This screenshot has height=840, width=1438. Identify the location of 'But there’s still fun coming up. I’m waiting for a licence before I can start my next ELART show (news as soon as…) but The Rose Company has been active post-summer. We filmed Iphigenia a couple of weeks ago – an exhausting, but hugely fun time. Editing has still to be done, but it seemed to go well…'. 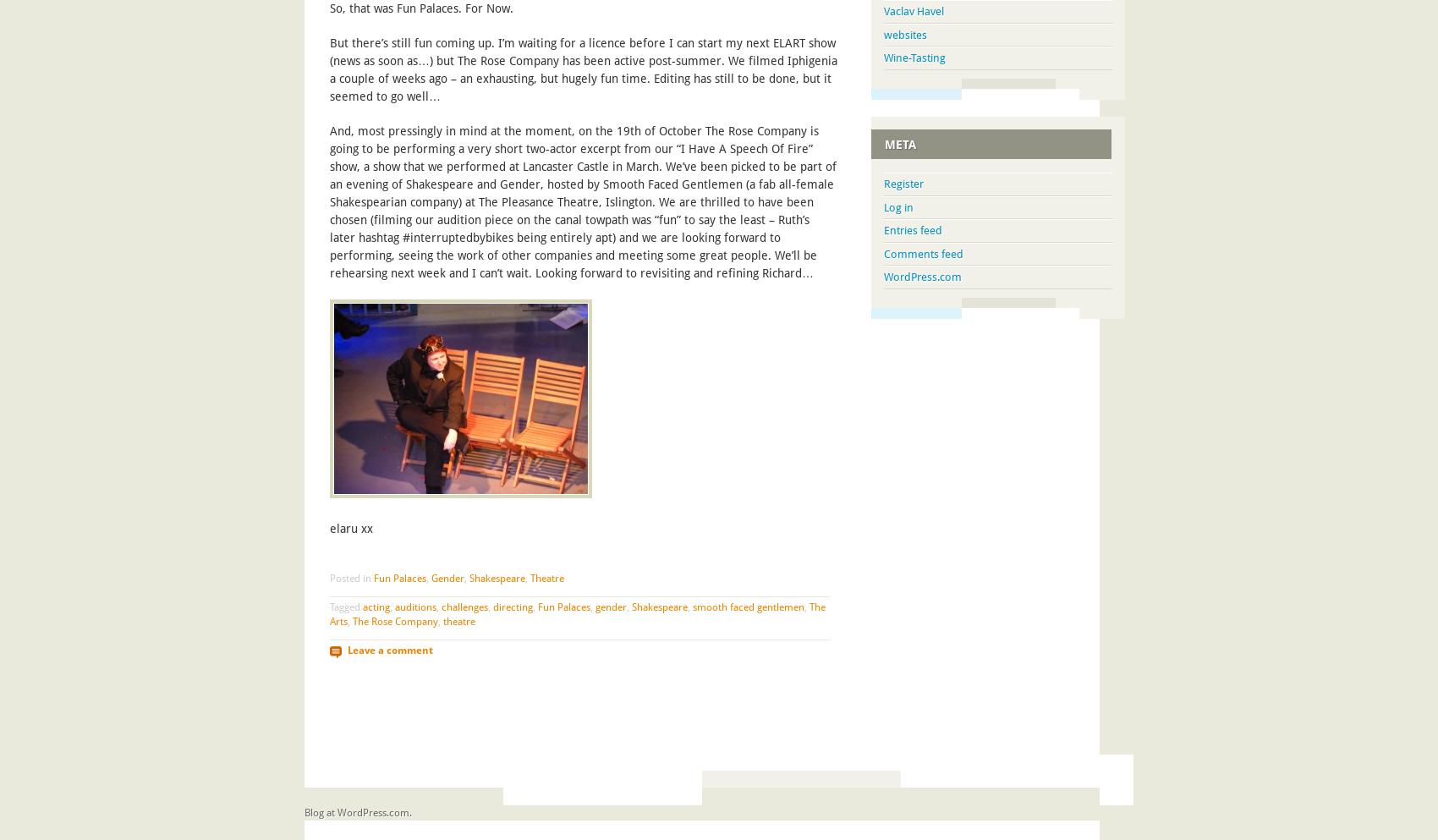
(584, 69).